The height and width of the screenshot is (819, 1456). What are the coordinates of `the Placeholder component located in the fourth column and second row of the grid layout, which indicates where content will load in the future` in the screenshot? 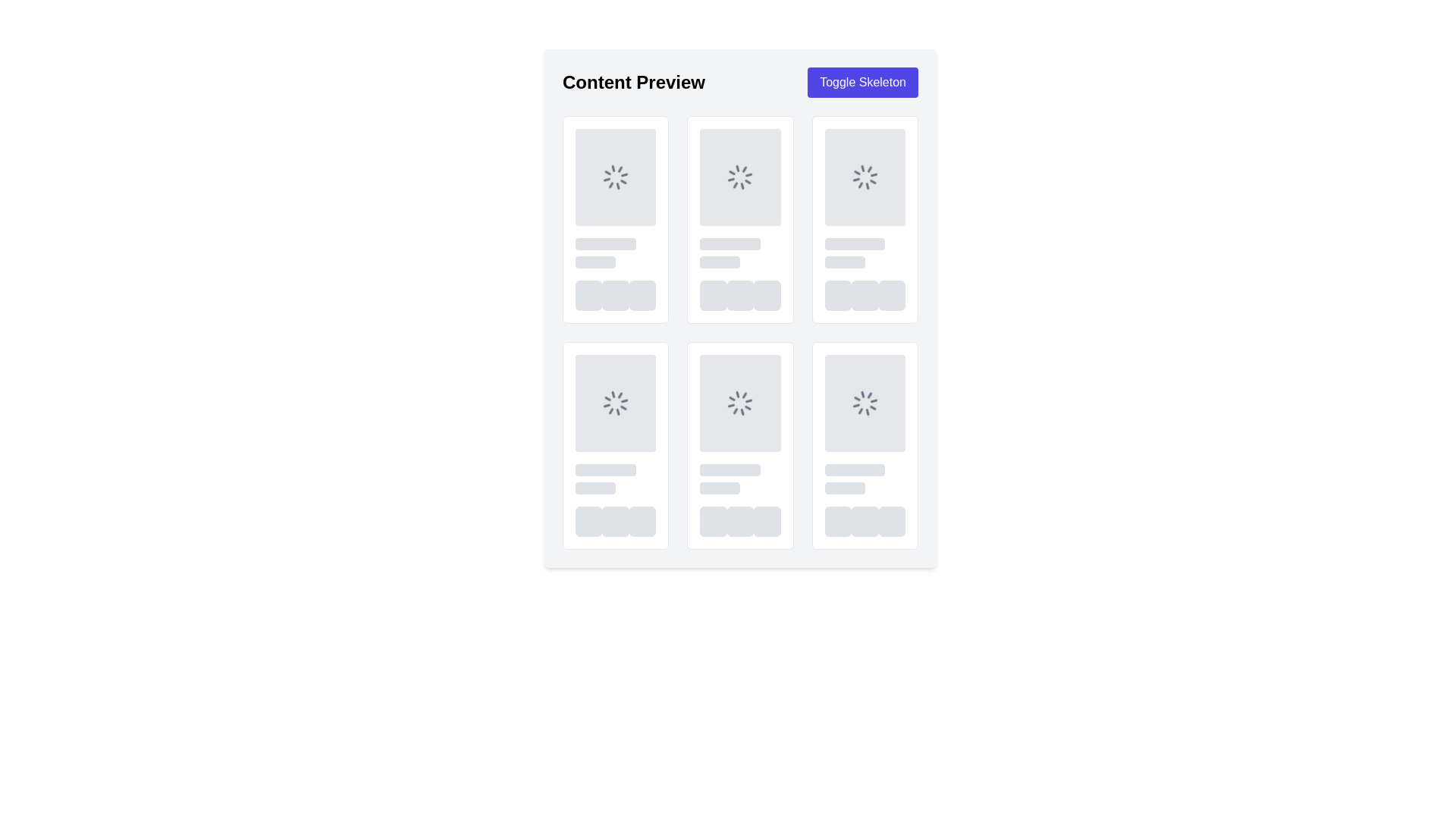 It's located at (864, 253).